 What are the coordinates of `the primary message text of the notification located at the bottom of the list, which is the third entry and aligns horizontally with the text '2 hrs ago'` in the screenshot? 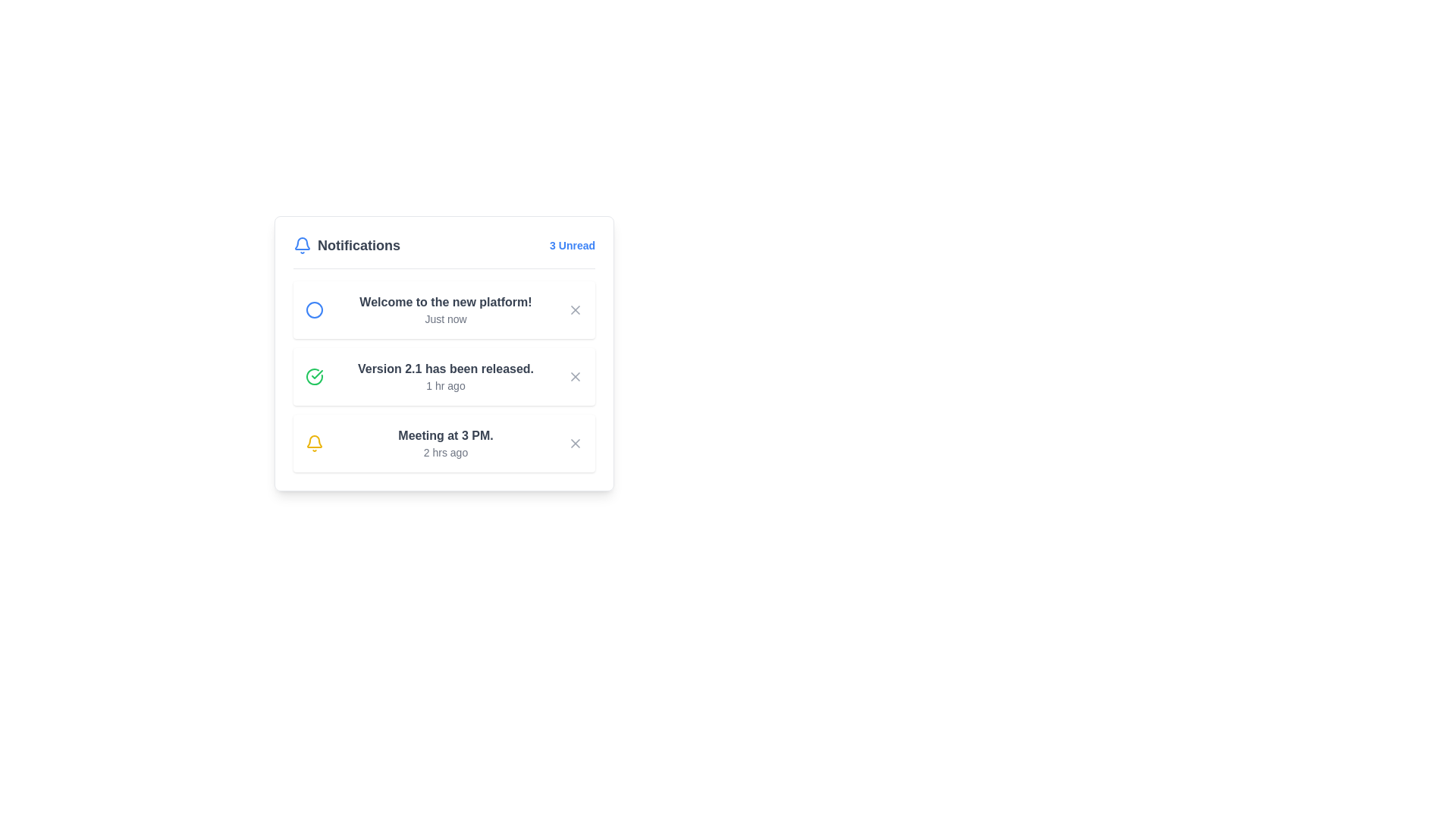 It's located at (445, 435).